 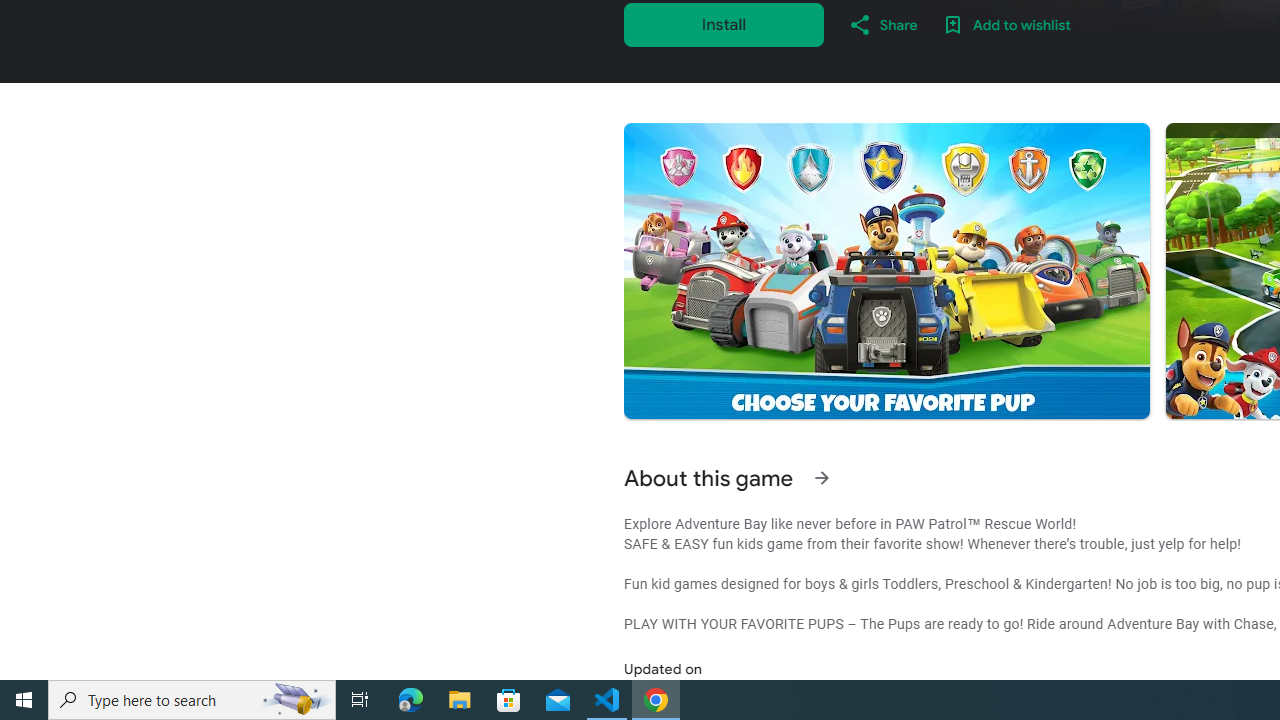 What do you see at coordinates (722, 24) in the screenshot?
I see `'Install'` at bounding box center [722, 24].